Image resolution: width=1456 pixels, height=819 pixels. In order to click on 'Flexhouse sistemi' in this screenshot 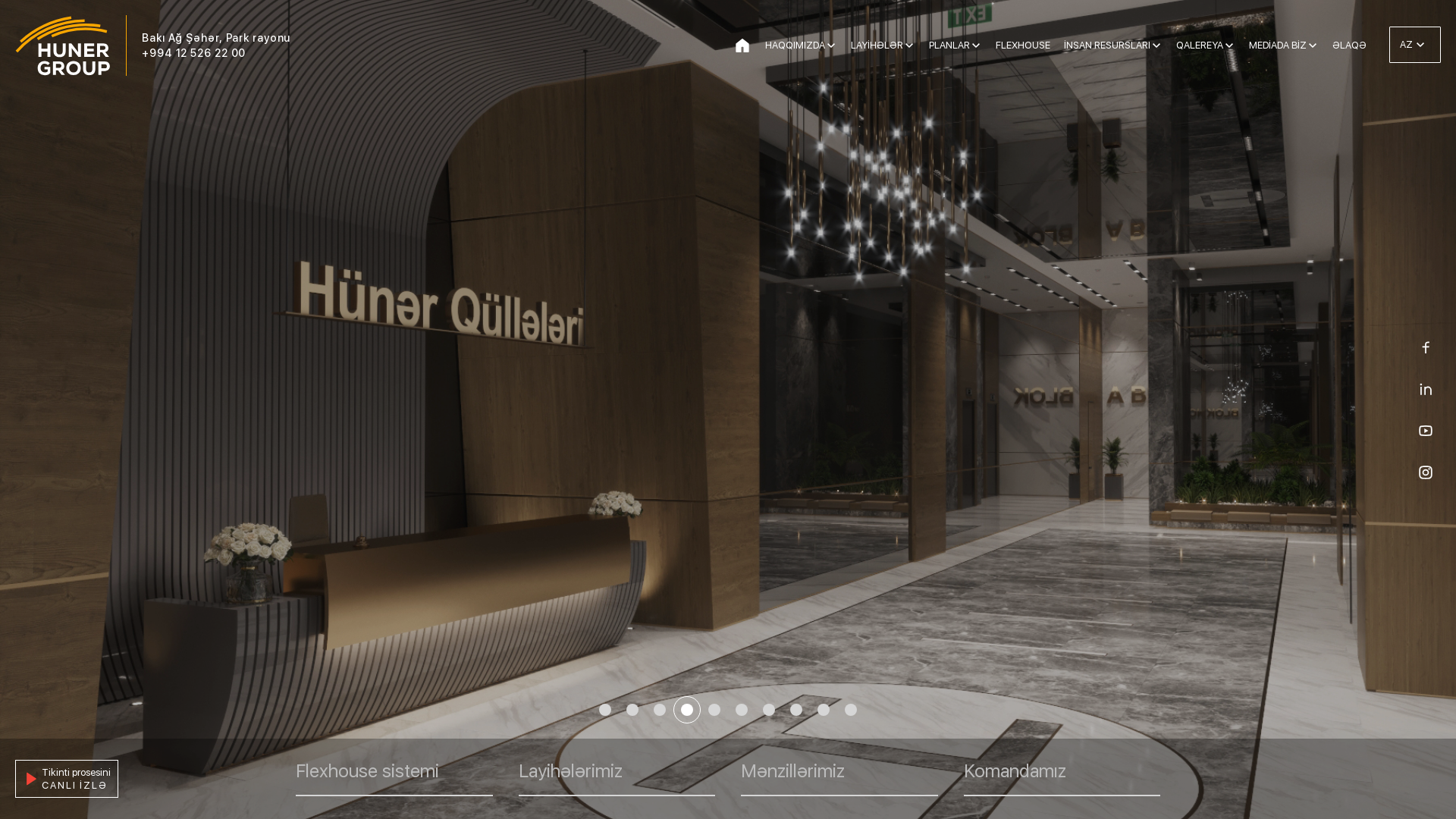, I will do `click(394, 778)`.